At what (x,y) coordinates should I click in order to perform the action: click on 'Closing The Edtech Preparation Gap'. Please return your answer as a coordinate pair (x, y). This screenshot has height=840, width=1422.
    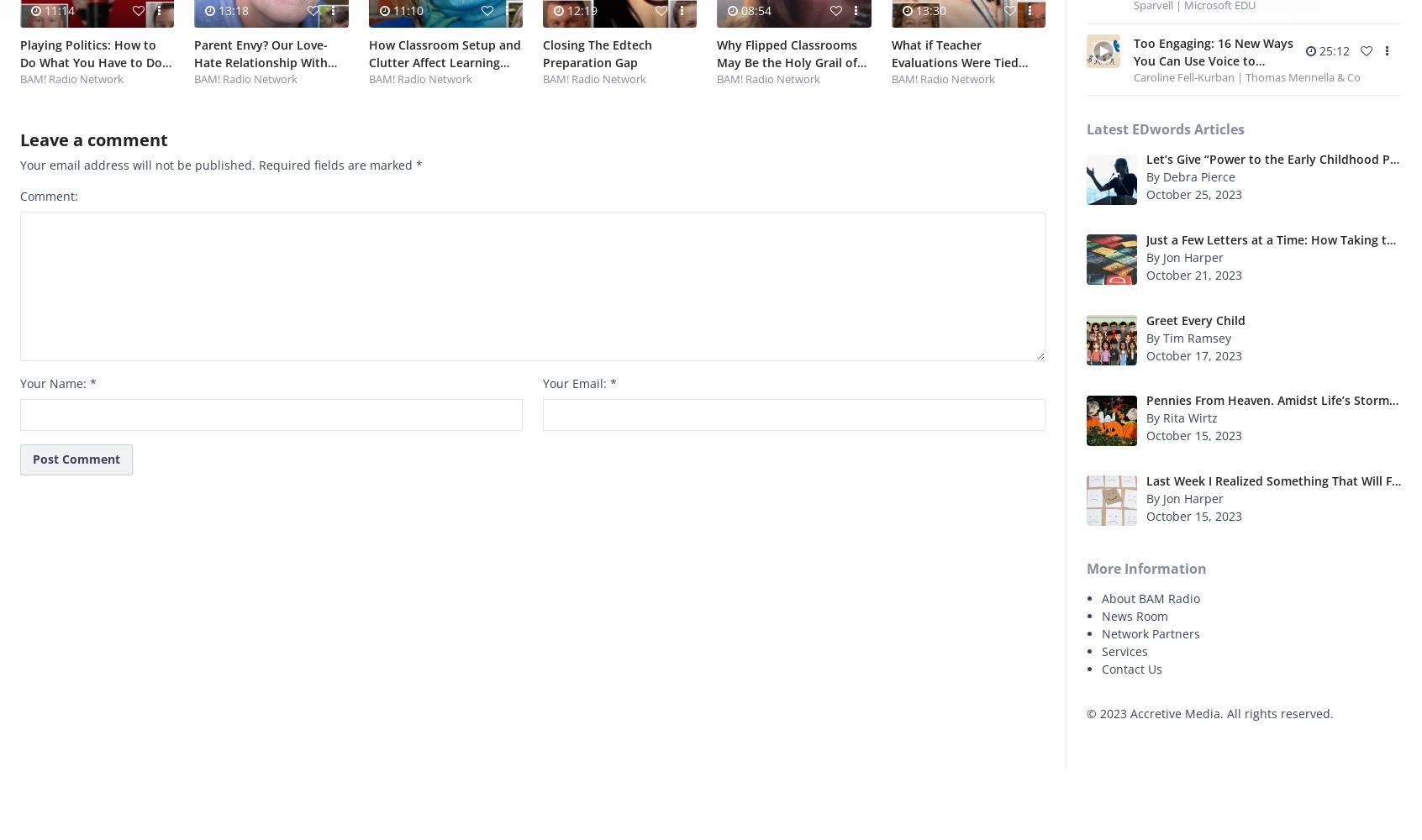
    Looking at the image, I should click on (541, 53).